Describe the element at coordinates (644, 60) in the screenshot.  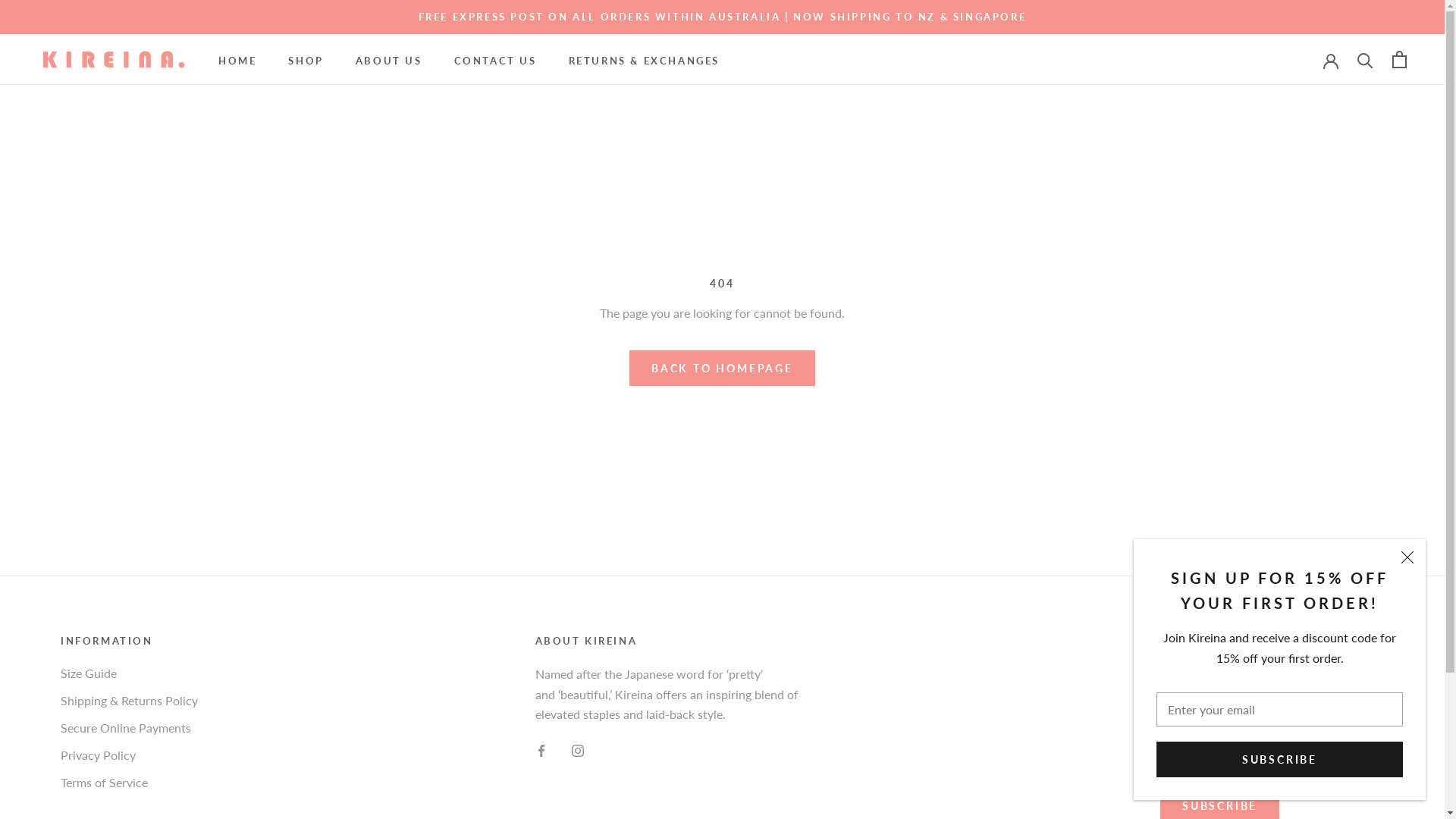
I see `'RETURNS & EXCHANGES` at that location.